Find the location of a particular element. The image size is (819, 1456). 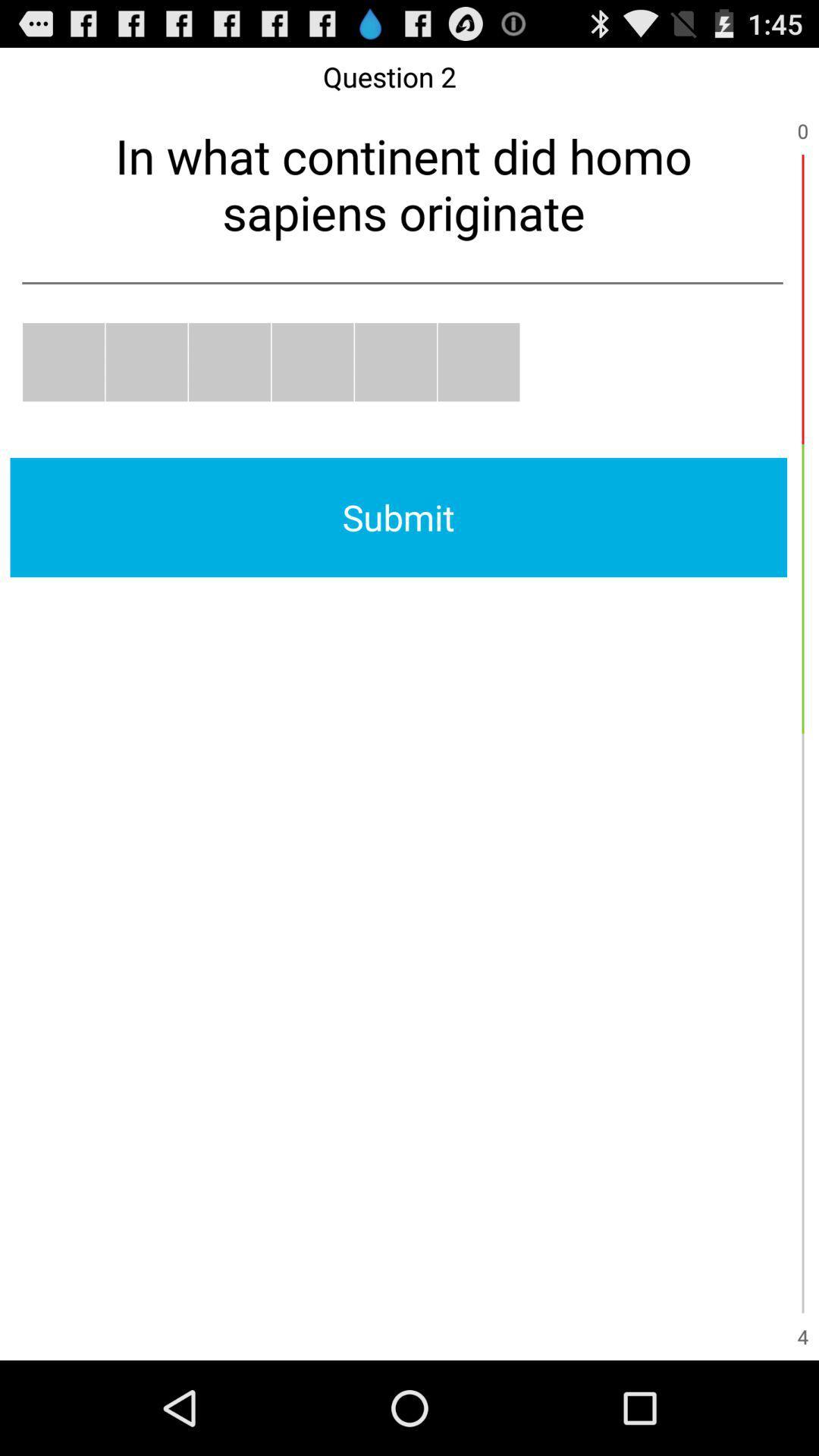

item to the right of in what continent item is located at coordinates (802, 299).